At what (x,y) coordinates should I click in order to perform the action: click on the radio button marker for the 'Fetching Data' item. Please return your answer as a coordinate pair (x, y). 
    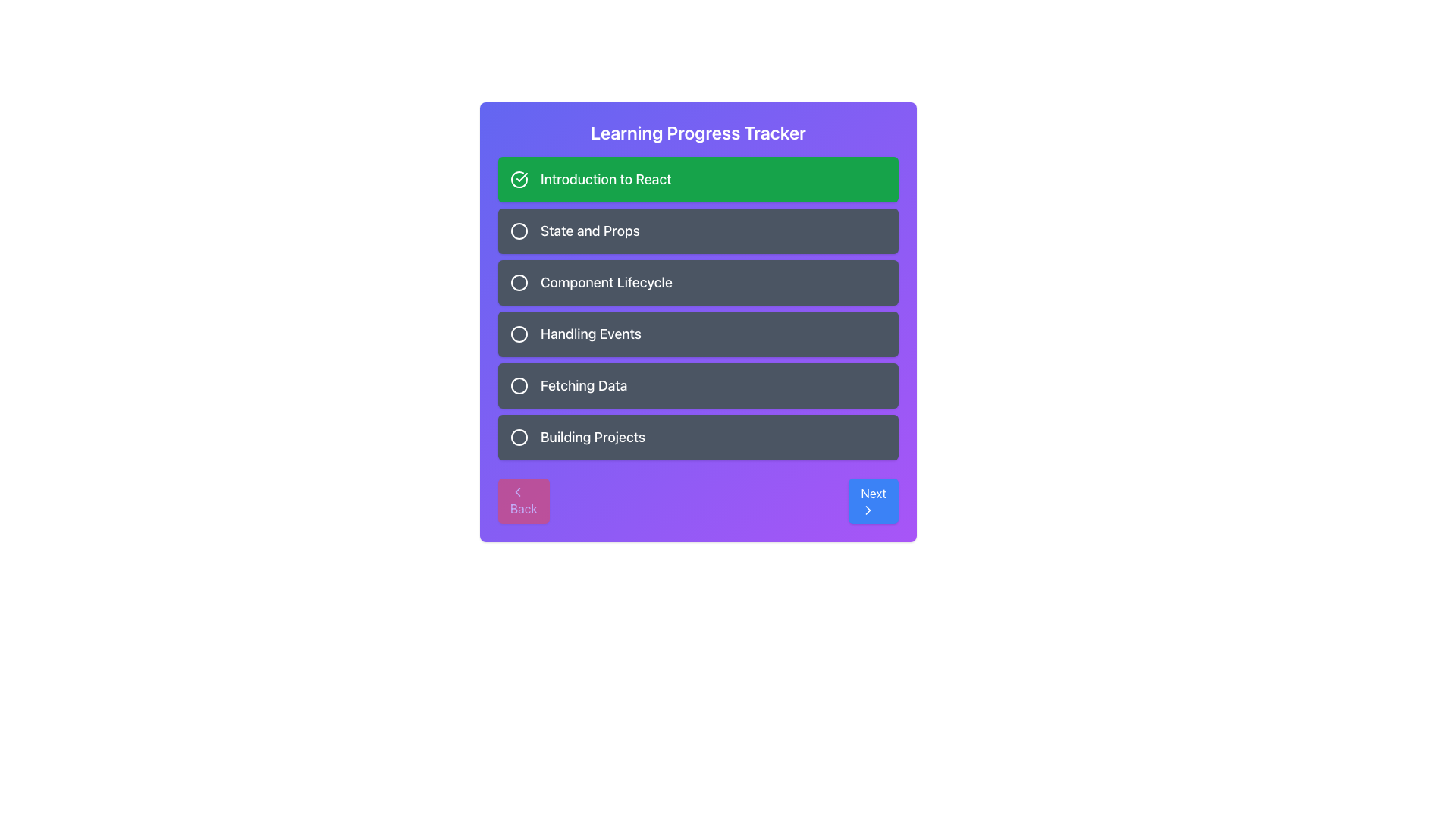
    Looking at the image, I should click on (519, 385).